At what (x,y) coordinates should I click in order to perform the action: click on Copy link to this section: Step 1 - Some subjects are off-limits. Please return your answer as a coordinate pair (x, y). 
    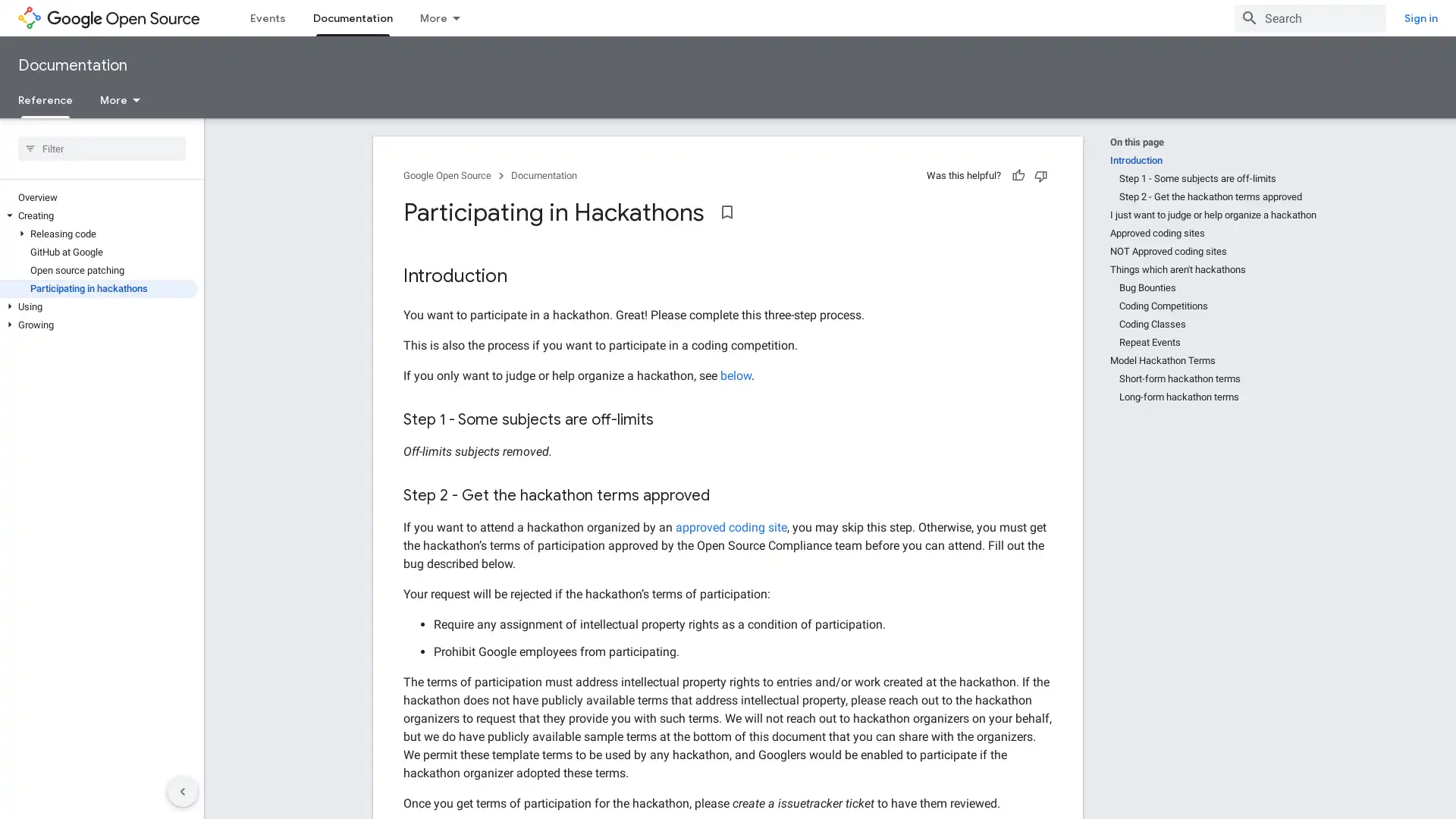
    Looking at the image, I should click on (668, 420).